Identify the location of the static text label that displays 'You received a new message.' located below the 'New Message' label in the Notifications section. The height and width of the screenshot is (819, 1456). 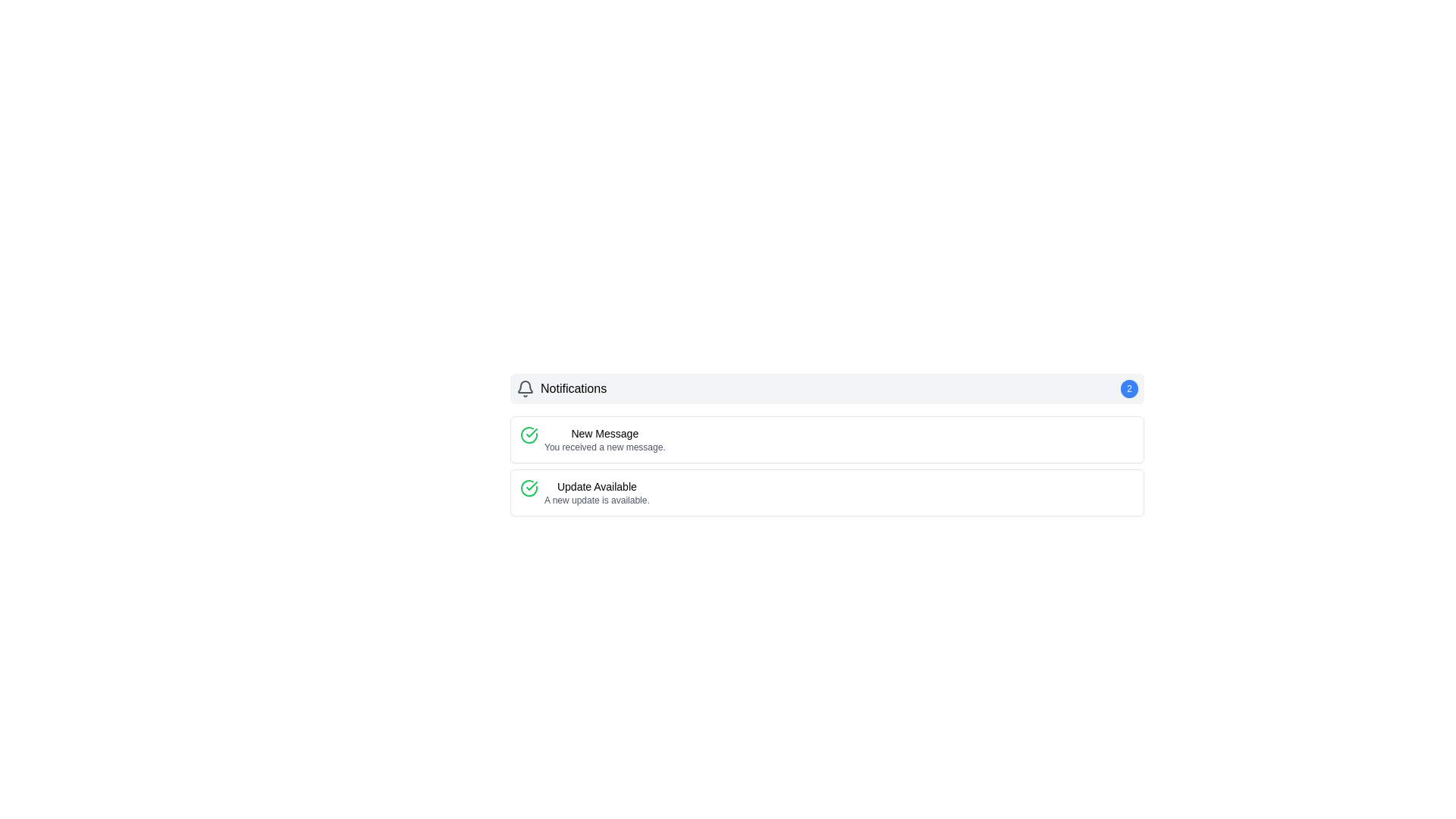
(604, 447).